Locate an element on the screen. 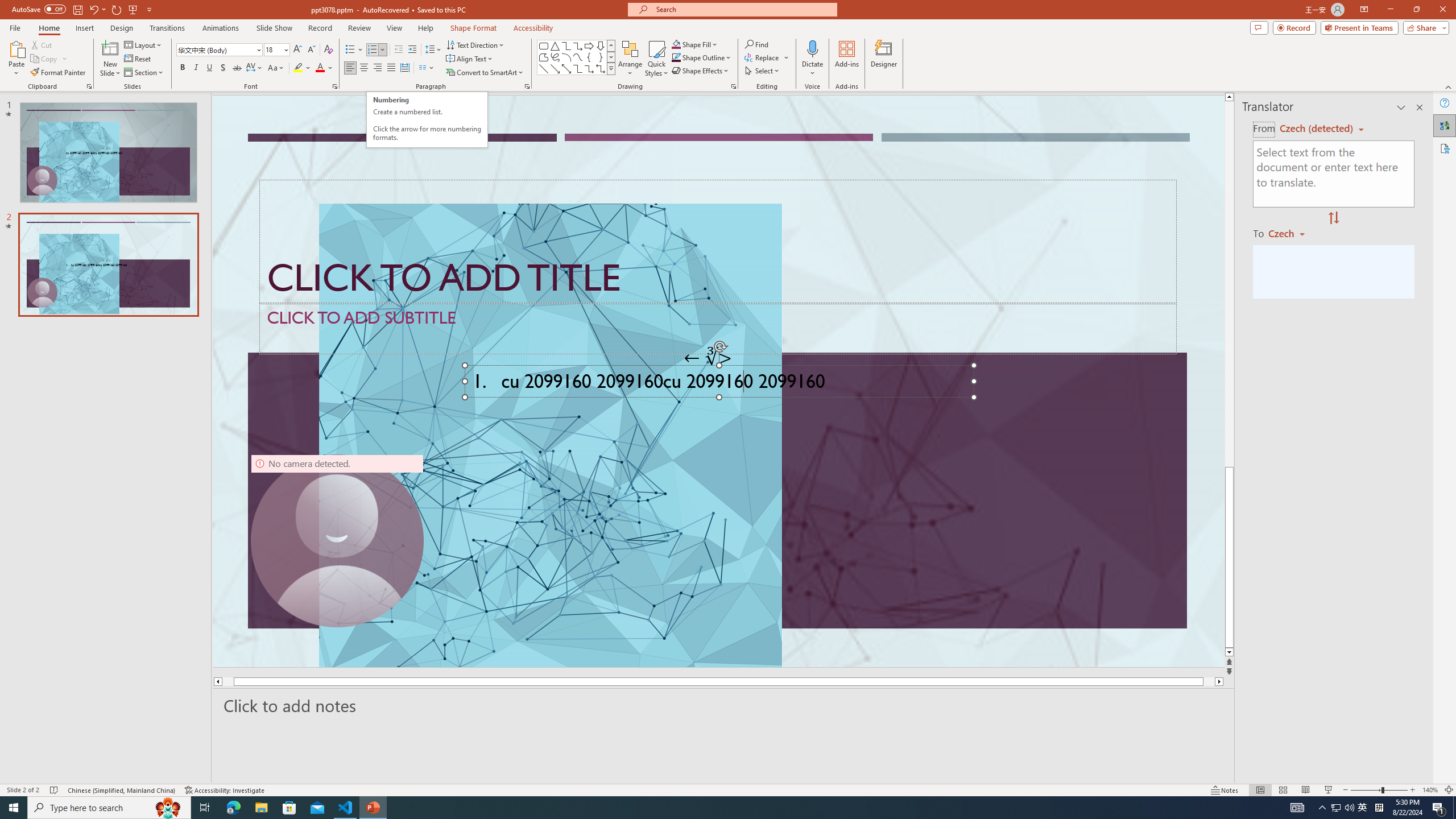 Image resolution: width=1456 pixels, height=819 pixels. 'Connector: Elbow Double-Arrow' is located at coordinates (600, 68).